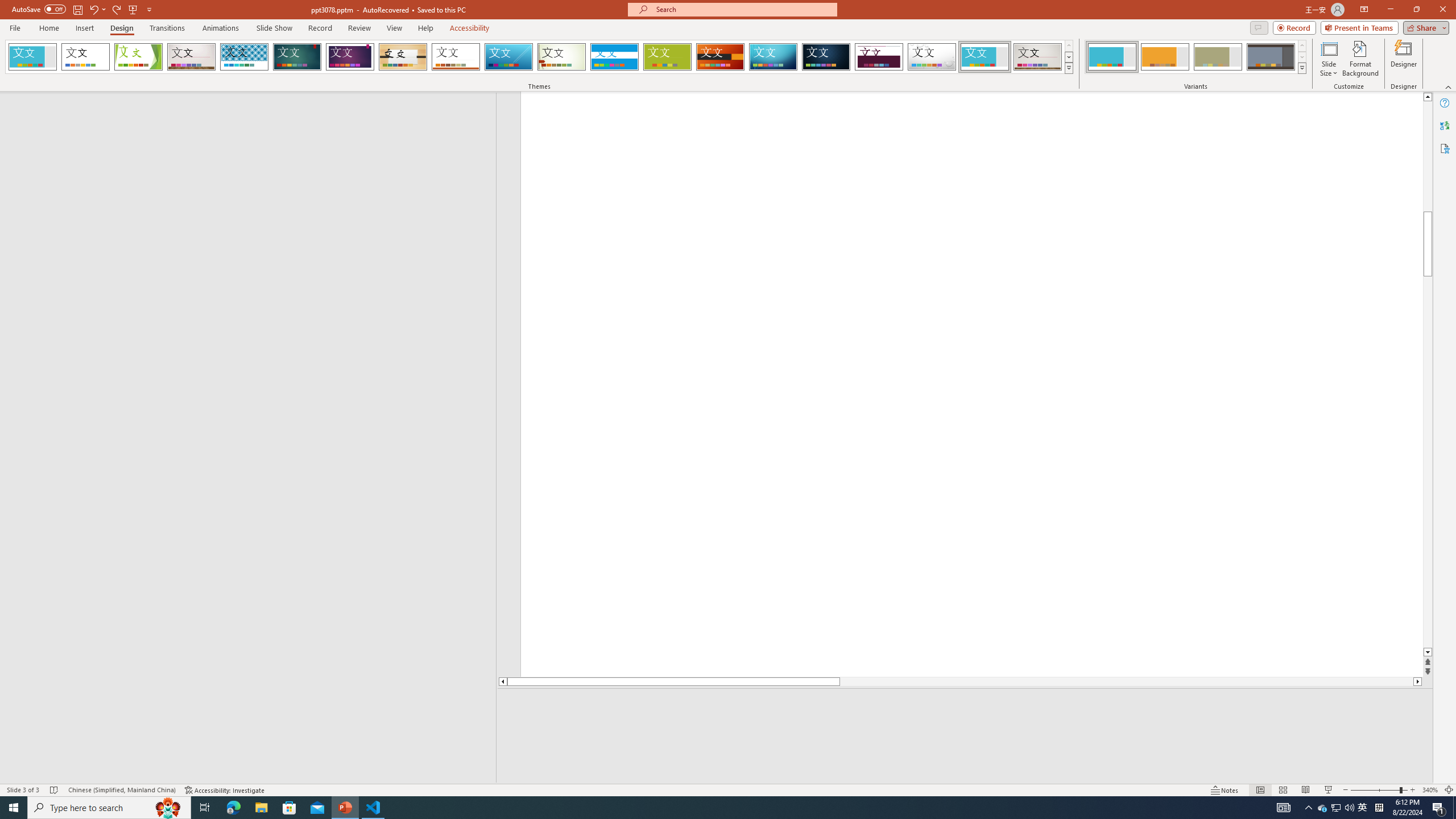 This screenshot has width=1456, height=819. What do you see at coordinates (1069, 67) in the screenshot?
I see `'Themes'` at bounding box center [1069, 67].